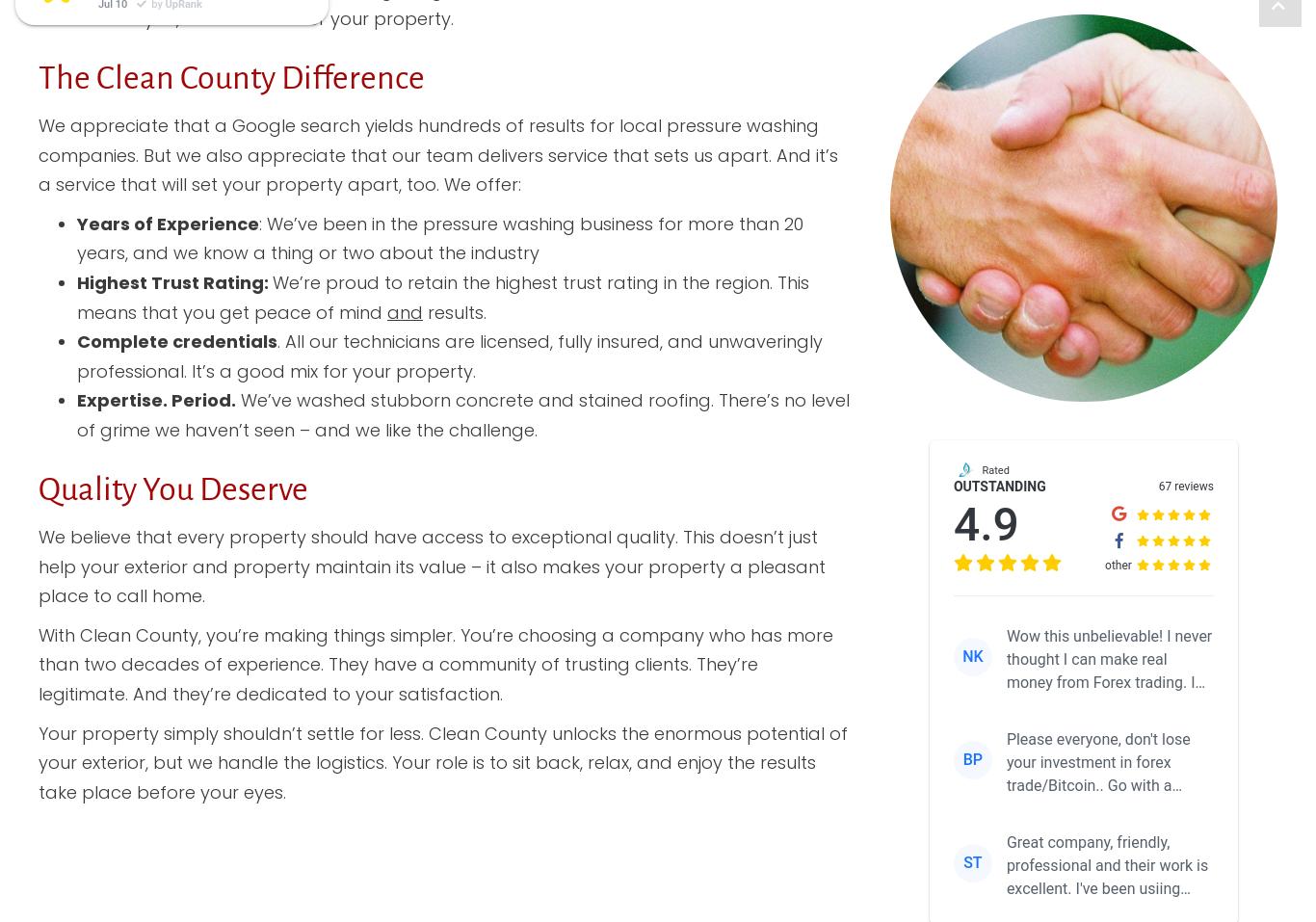 The image size is (1316, 922). I want to click on 'other', so click(1118, 563).